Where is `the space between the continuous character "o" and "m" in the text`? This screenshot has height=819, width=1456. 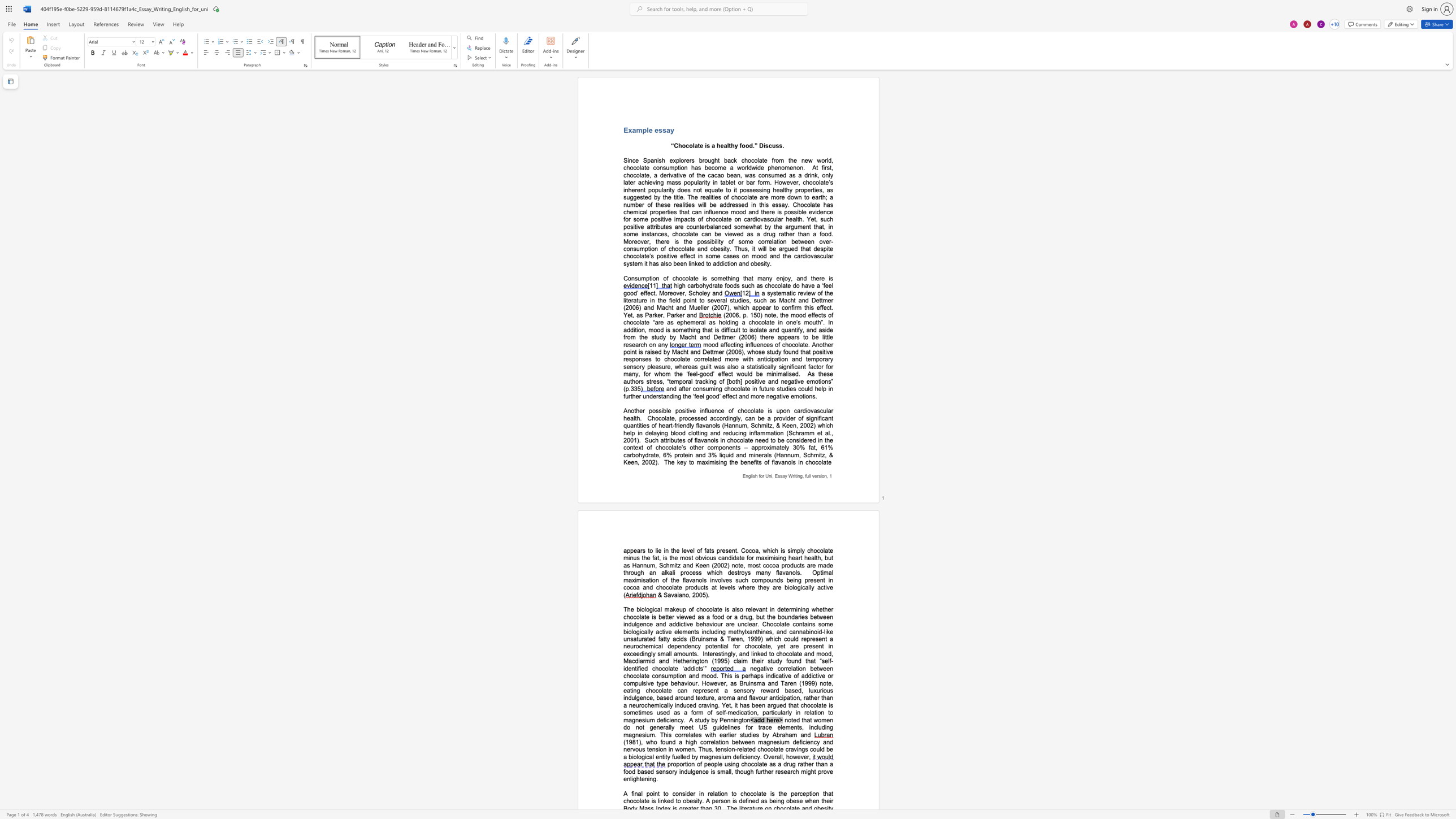
the space between the continuous character "o" and "m" in the text is located at coordinates (741, 226).